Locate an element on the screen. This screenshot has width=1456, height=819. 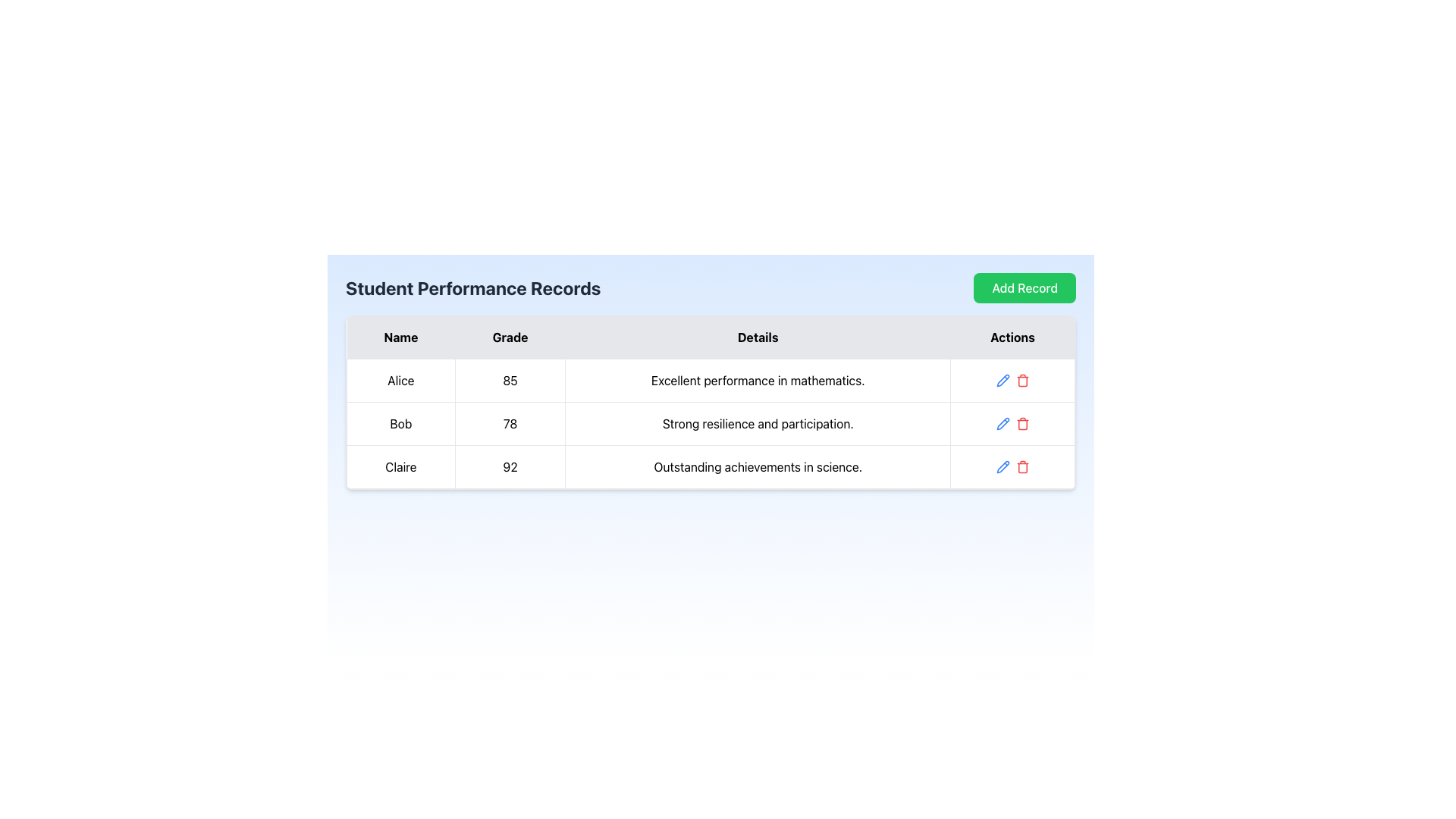
the blue pencil SVG icon in the actions column of the second row of the data table to initiate editing is located at coordinates (1003, 424).